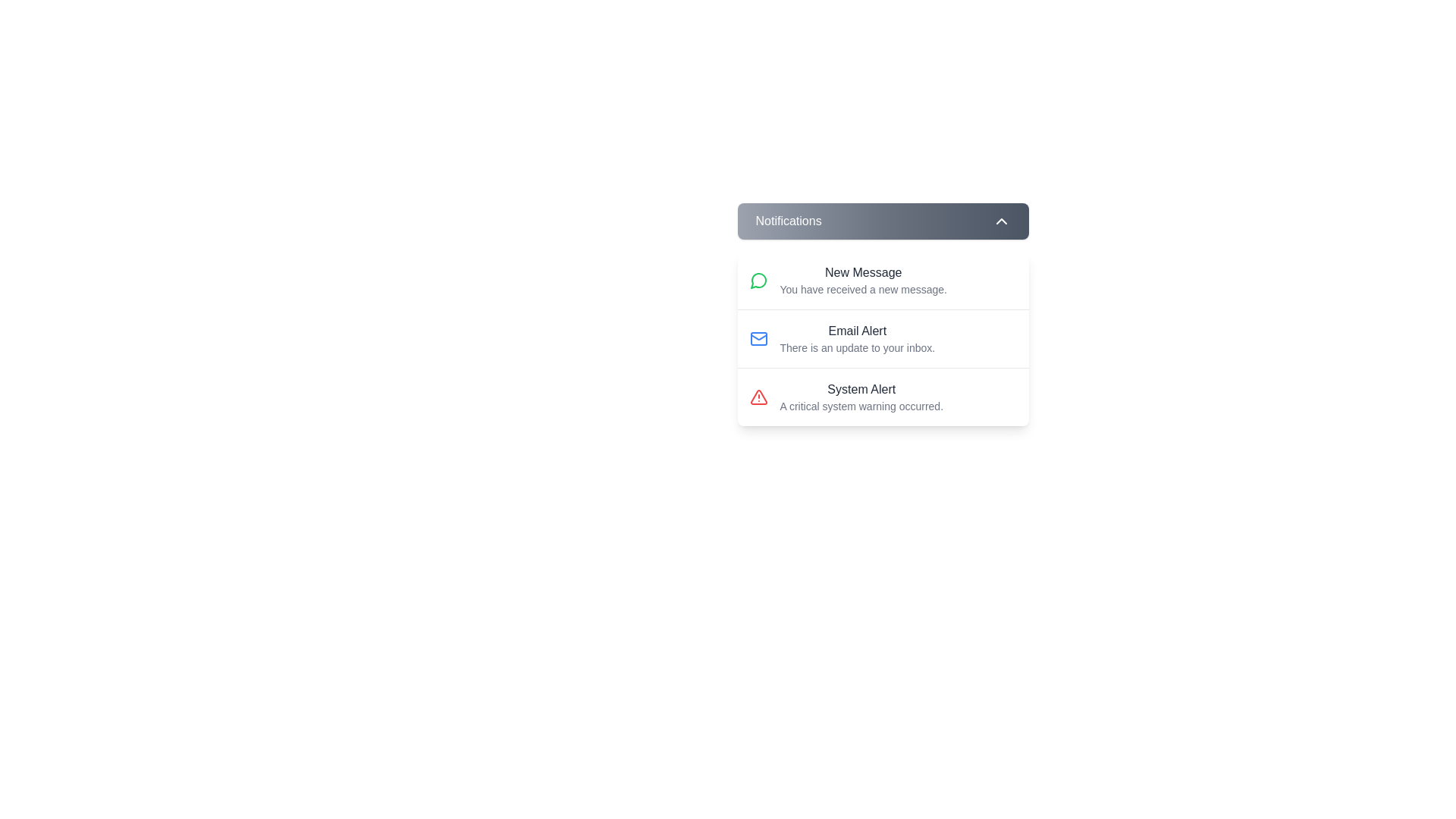  I want to click on the circular speech bubble icon with a green outline, located, so click(758, 281).